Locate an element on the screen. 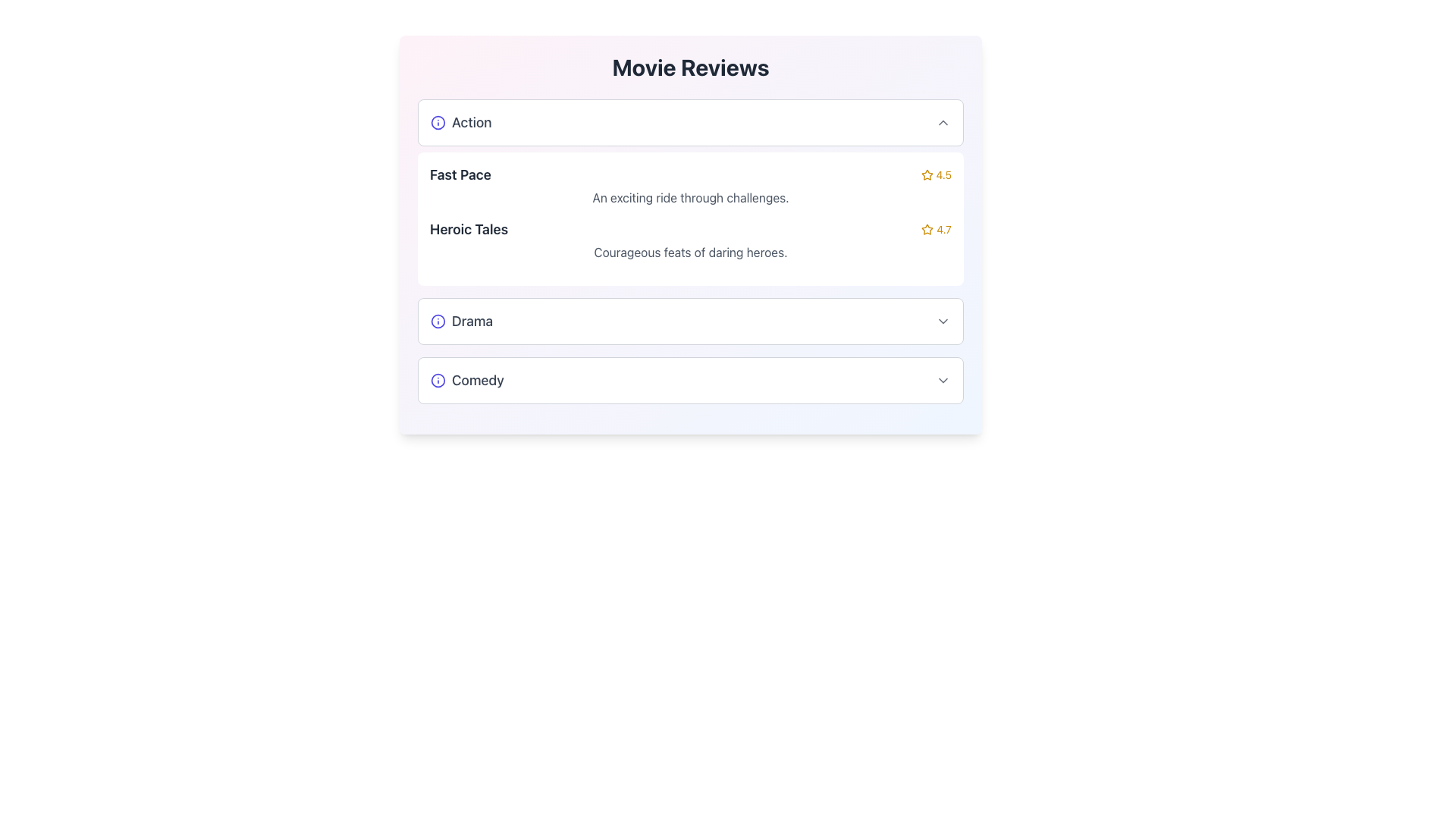 Image resolution: width=1456 pixels, height=819 pixels. the downward-pointing chevron icon located at the rightmost end of the 'Comedy' section, which is styled with a thin stroke and gray color is located at coordinates (942, 379).